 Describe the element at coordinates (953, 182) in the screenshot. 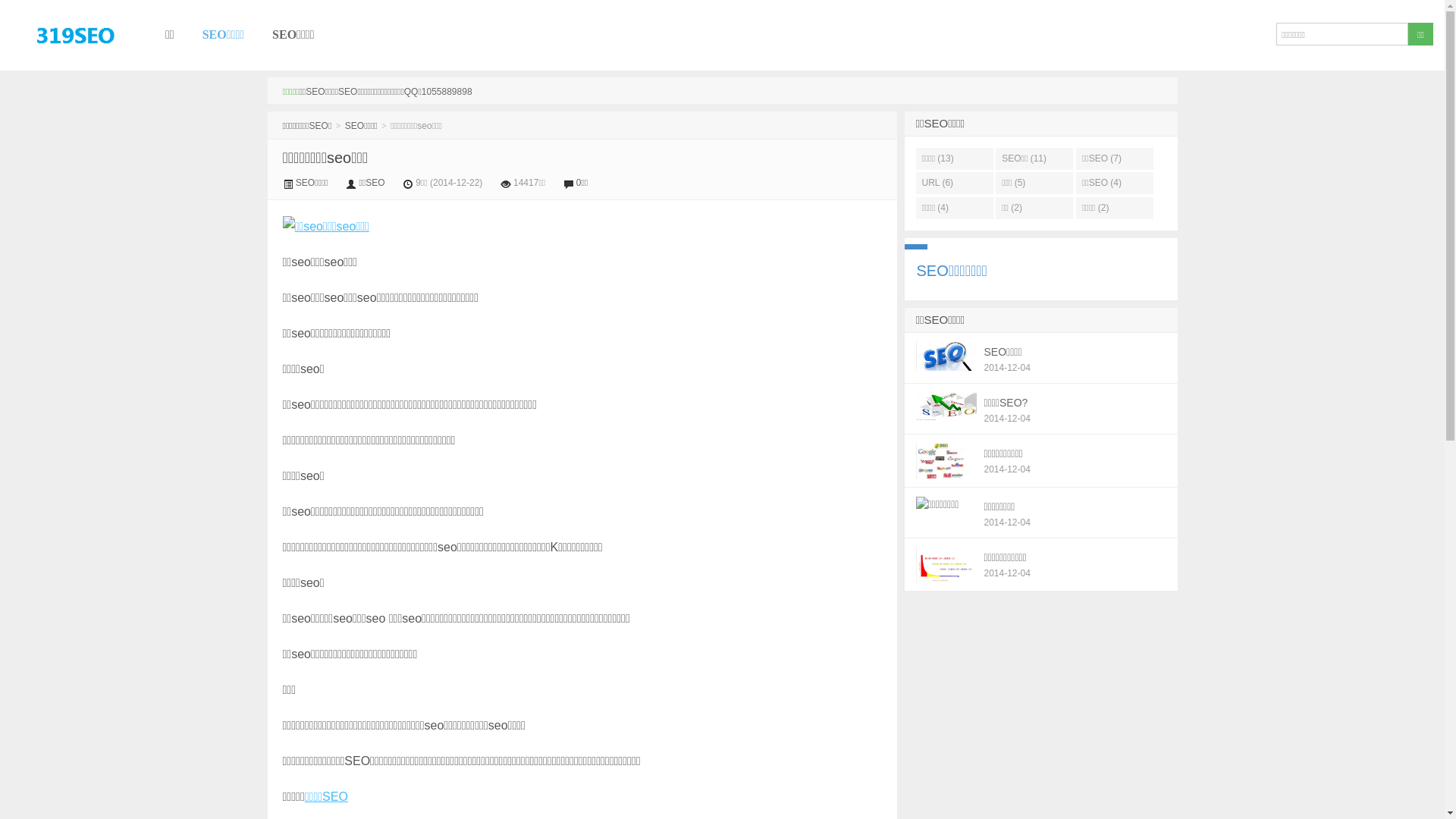

I see `'URL (6)'` at that location.